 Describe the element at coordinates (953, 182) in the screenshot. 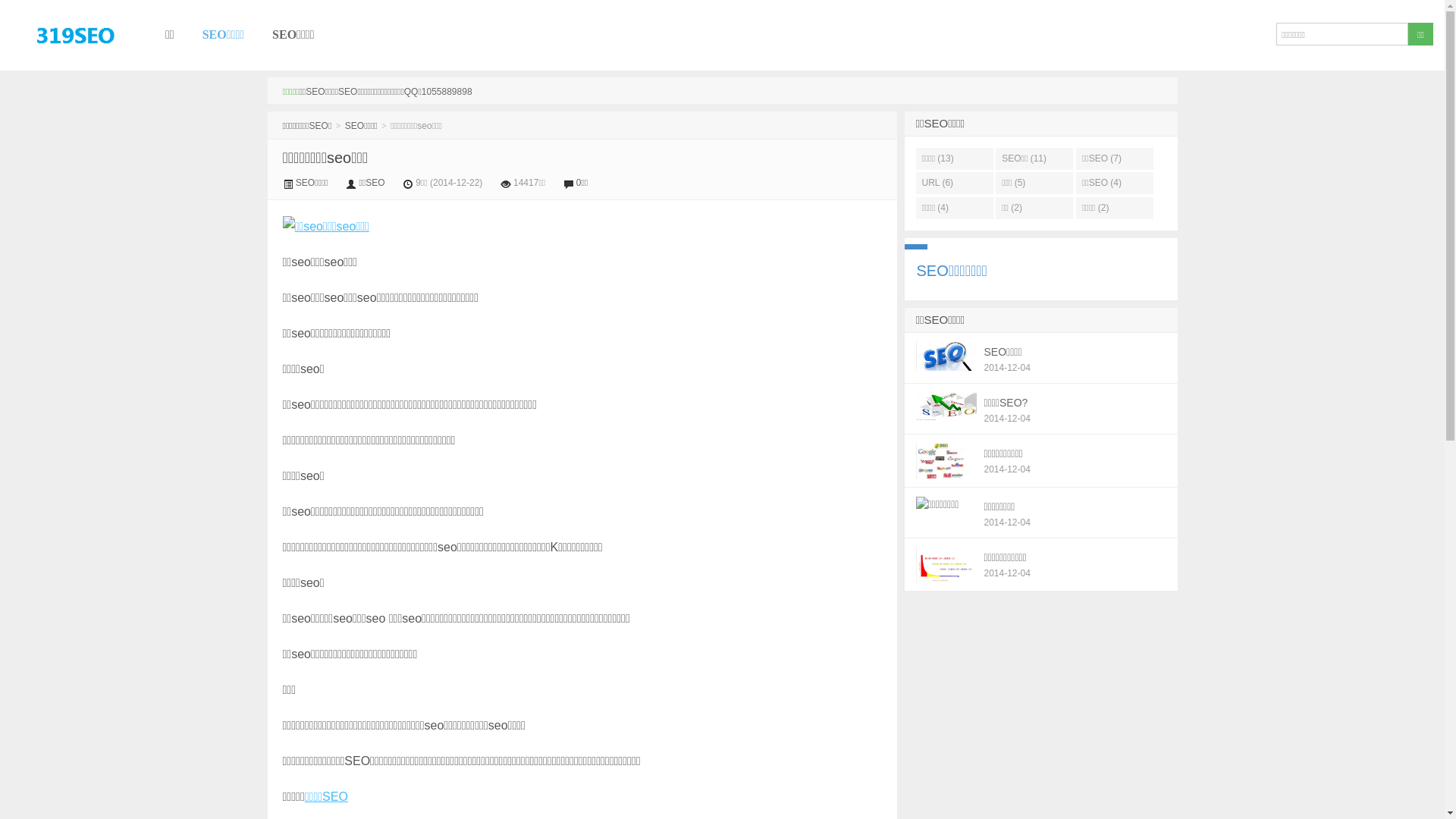

I see `'URL (6)'` at that location.